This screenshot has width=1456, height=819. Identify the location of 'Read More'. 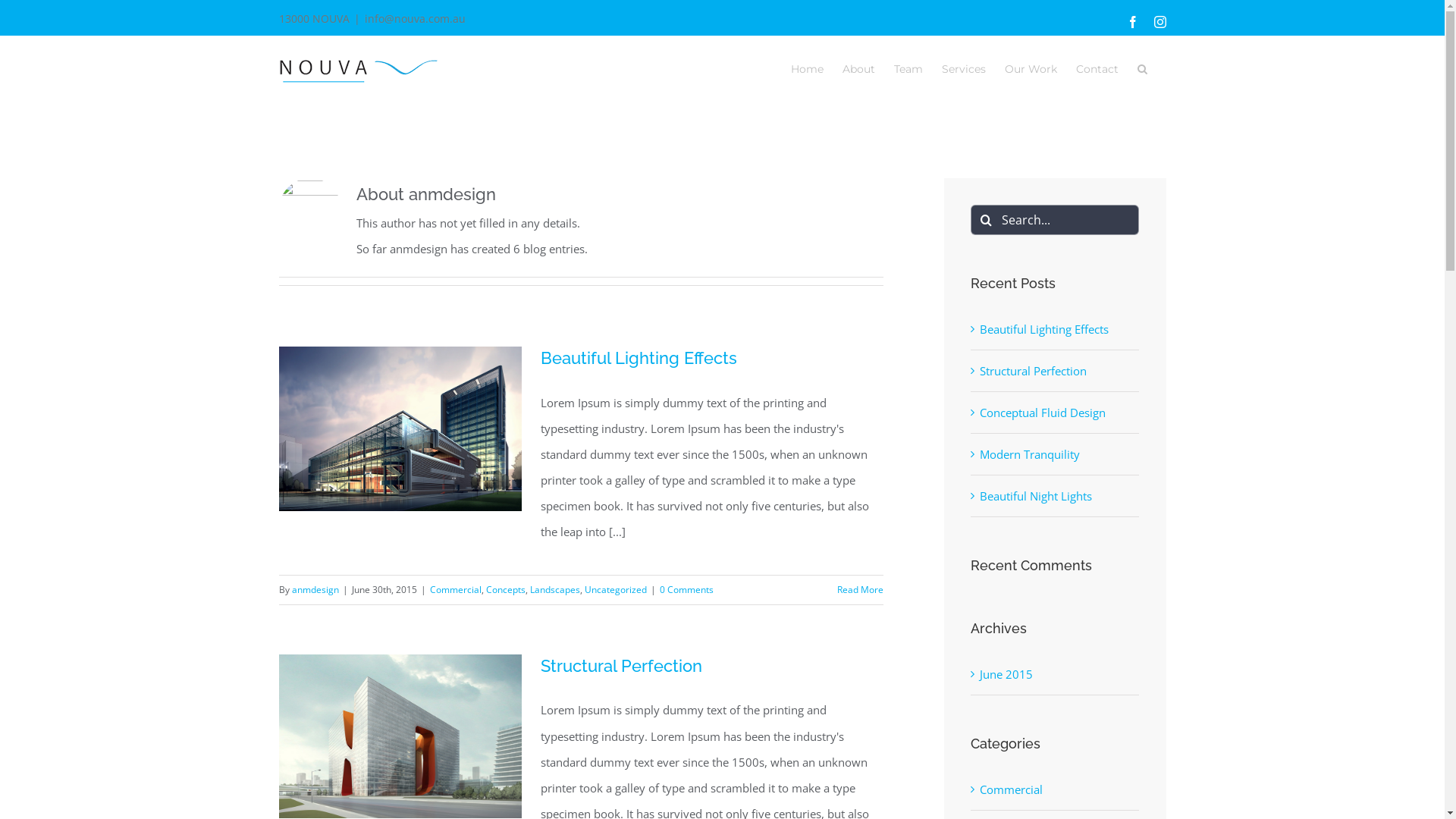
(860, 588).